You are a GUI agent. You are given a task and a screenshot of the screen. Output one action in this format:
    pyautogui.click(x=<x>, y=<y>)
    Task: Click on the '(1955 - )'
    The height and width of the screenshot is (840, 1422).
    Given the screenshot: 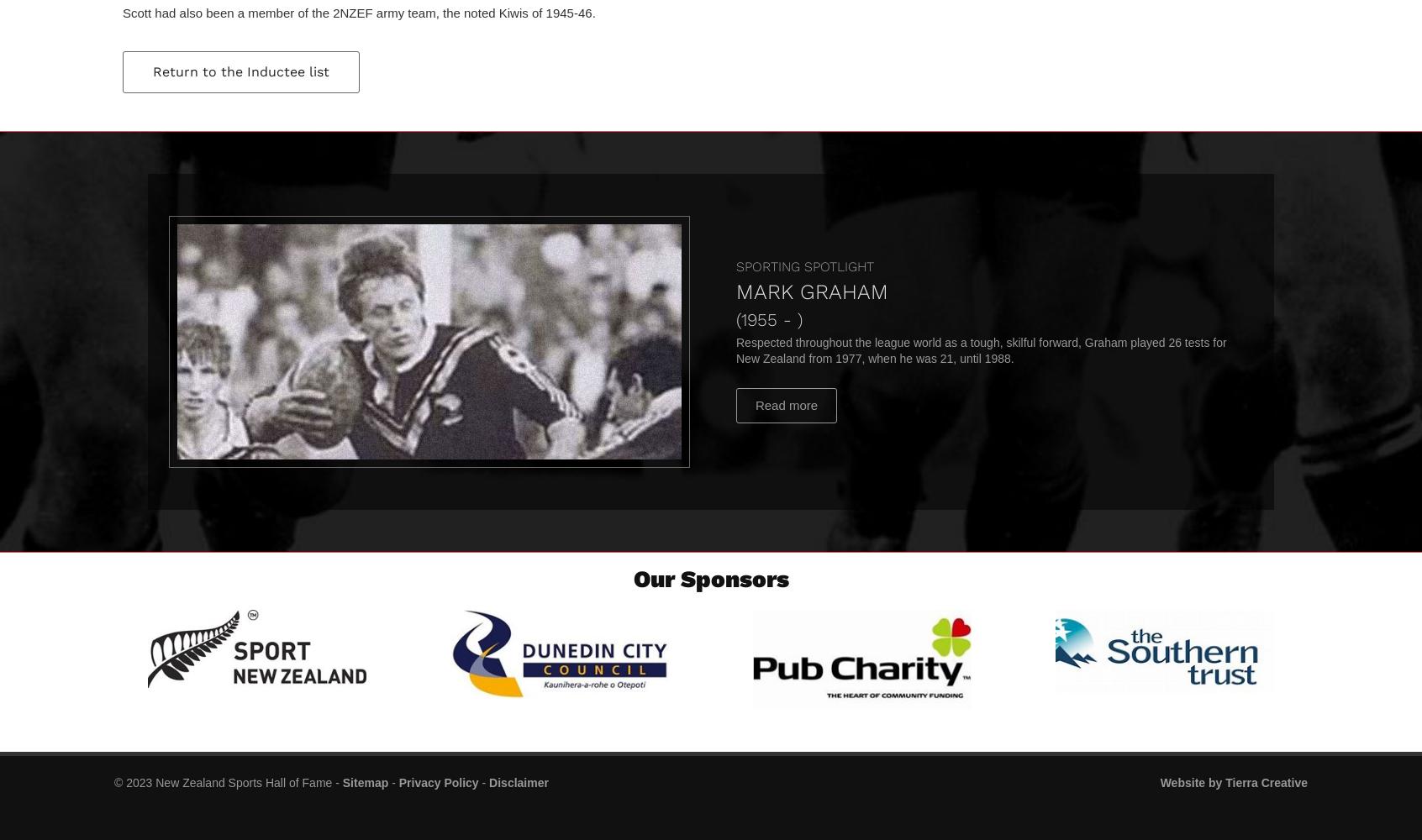 What is the action you would take?
    pyautogui.click(x=768, y=319)
    